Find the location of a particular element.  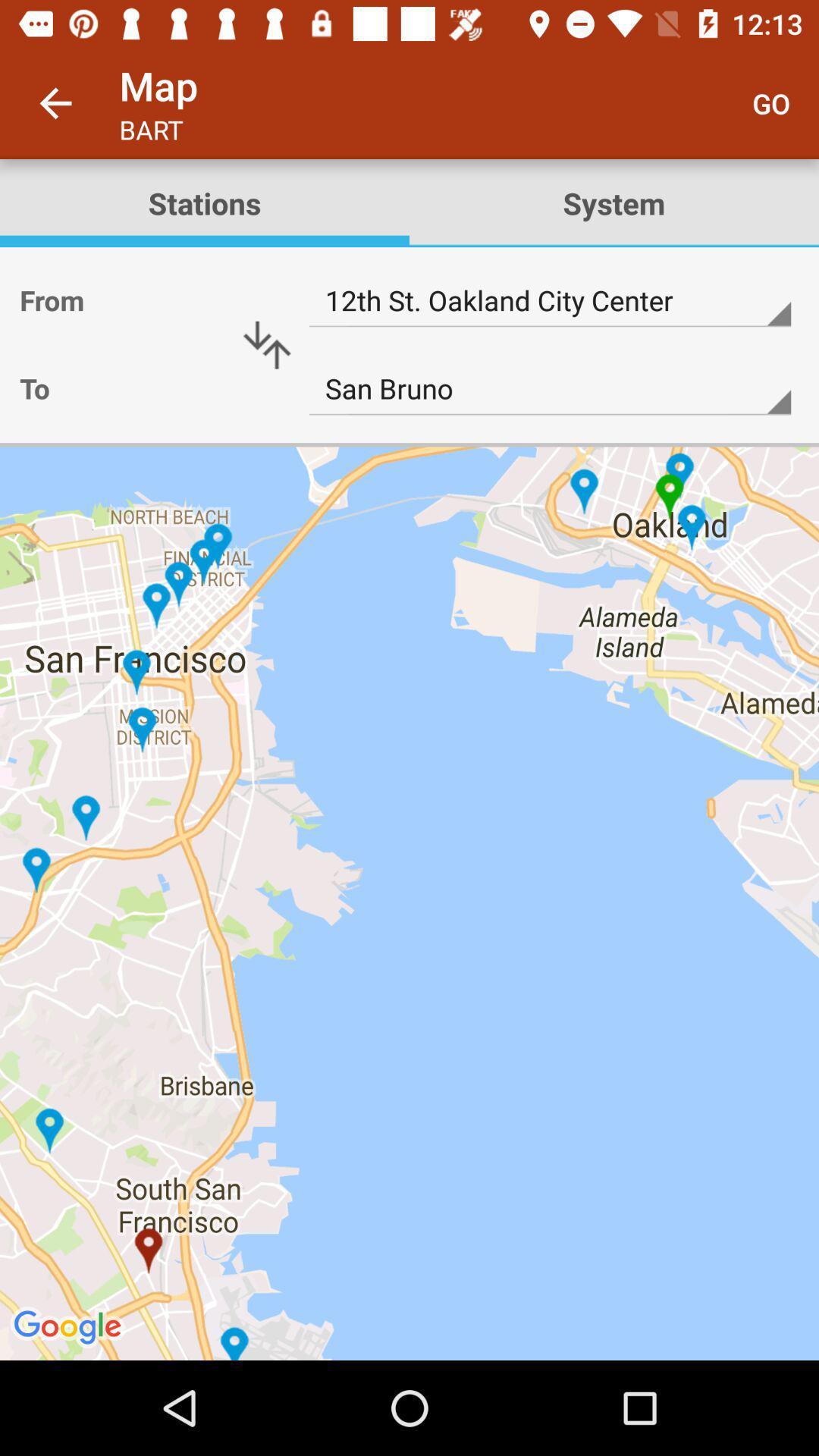

the item above 12th st oakland is located at coordinates (205, 202).